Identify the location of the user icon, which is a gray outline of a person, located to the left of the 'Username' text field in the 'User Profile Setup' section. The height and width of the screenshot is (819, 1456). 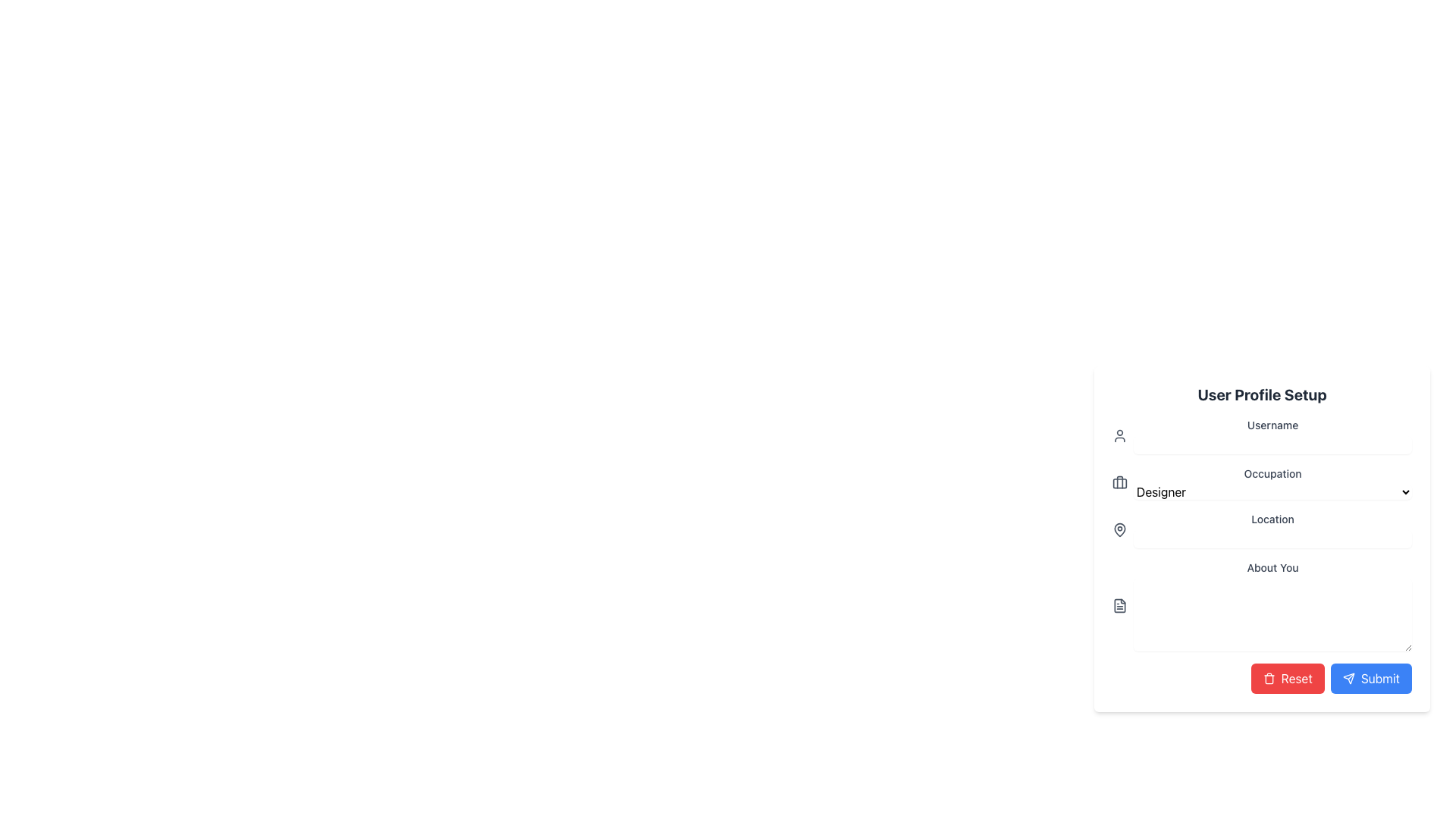
(1120, 435).